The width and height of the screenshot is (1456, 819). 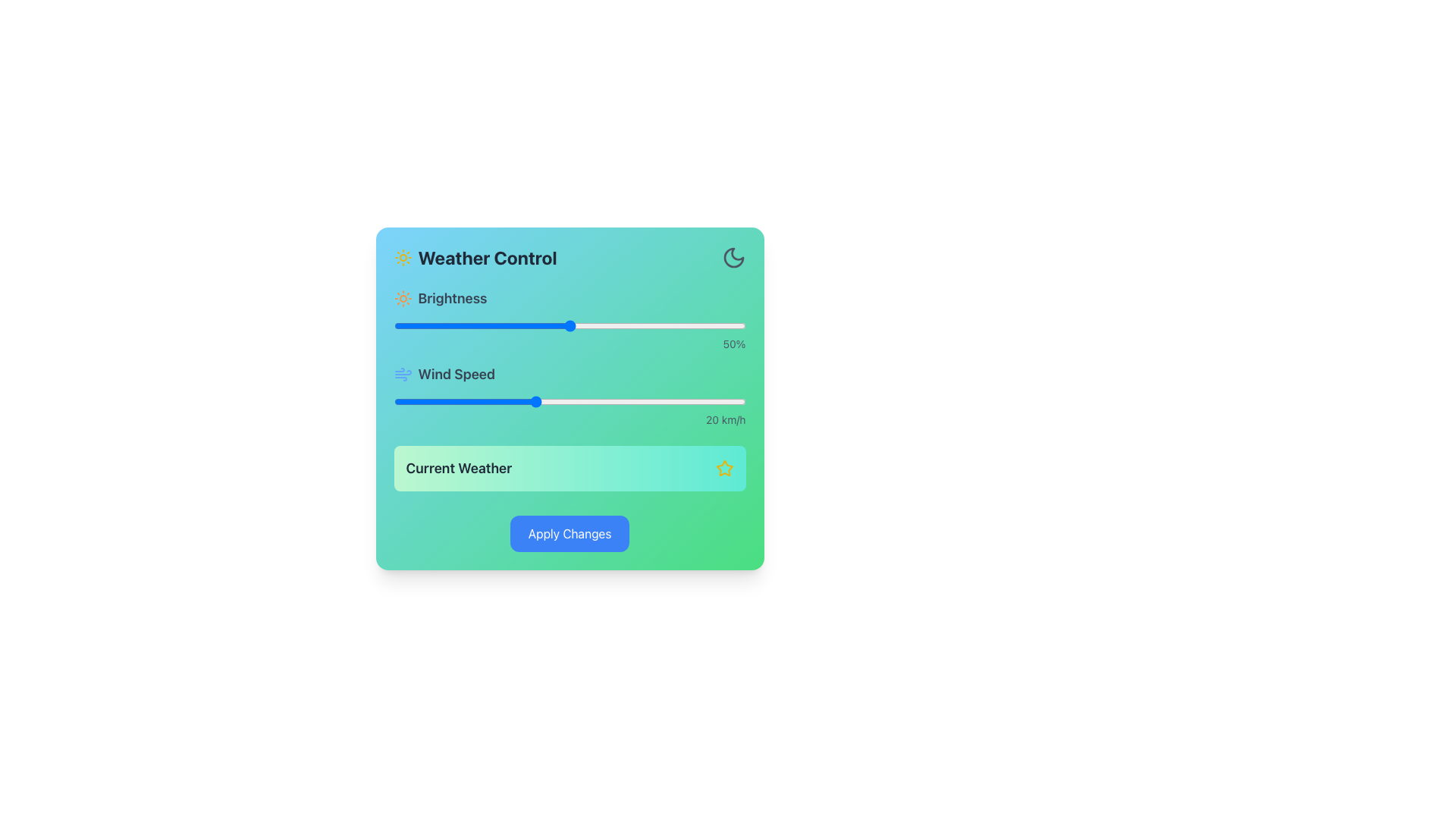 What do you see at coordinates (415, 400) in the screenshot?
I see `the wind speed` at bounding box center [415, 400].